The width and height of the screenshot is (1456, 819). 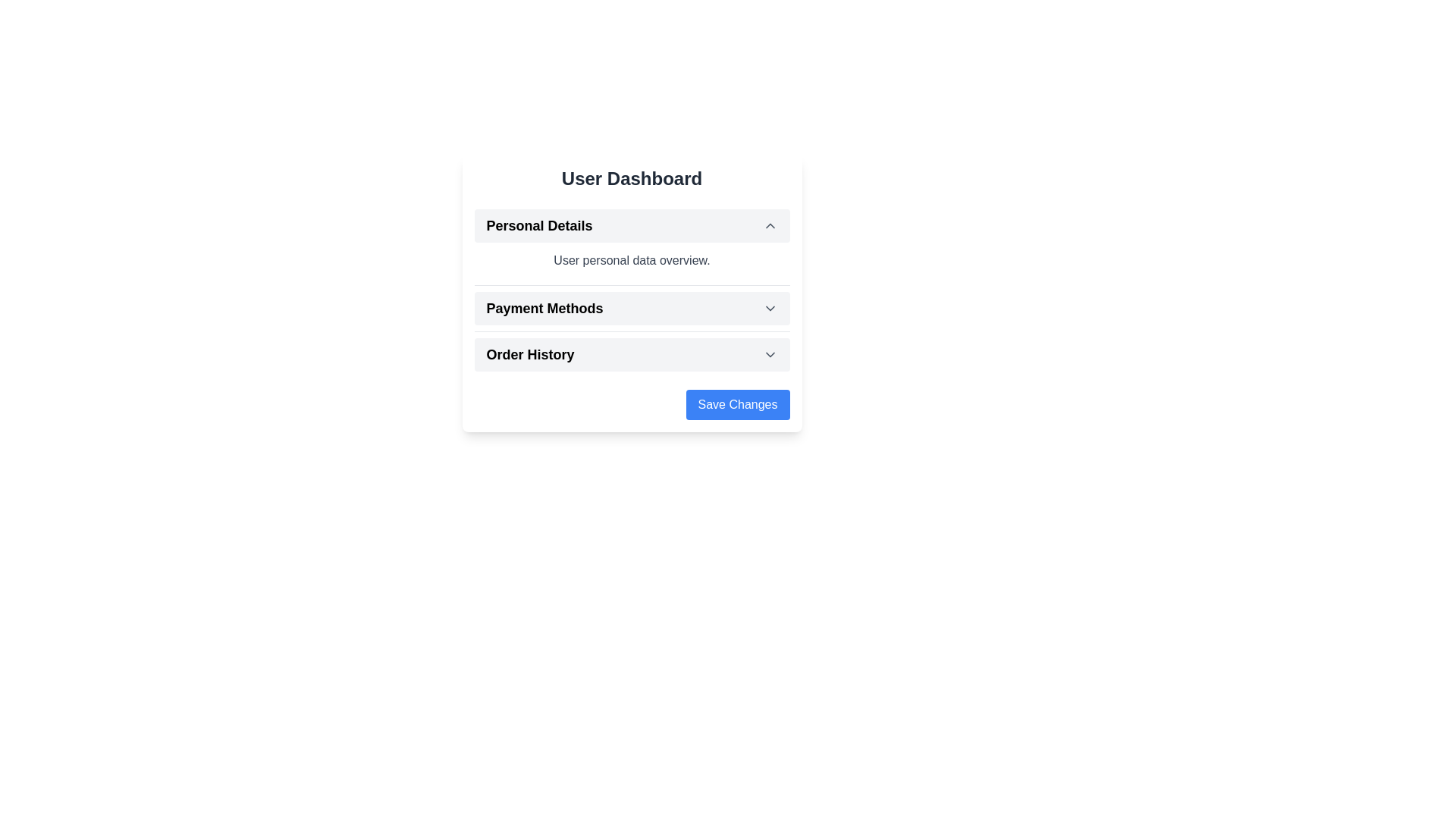 What do you see at coordinates (632, 290) in the screenshot?
I see `the 'Payment Methods' collapsible section` at bounding box center [632, 290].